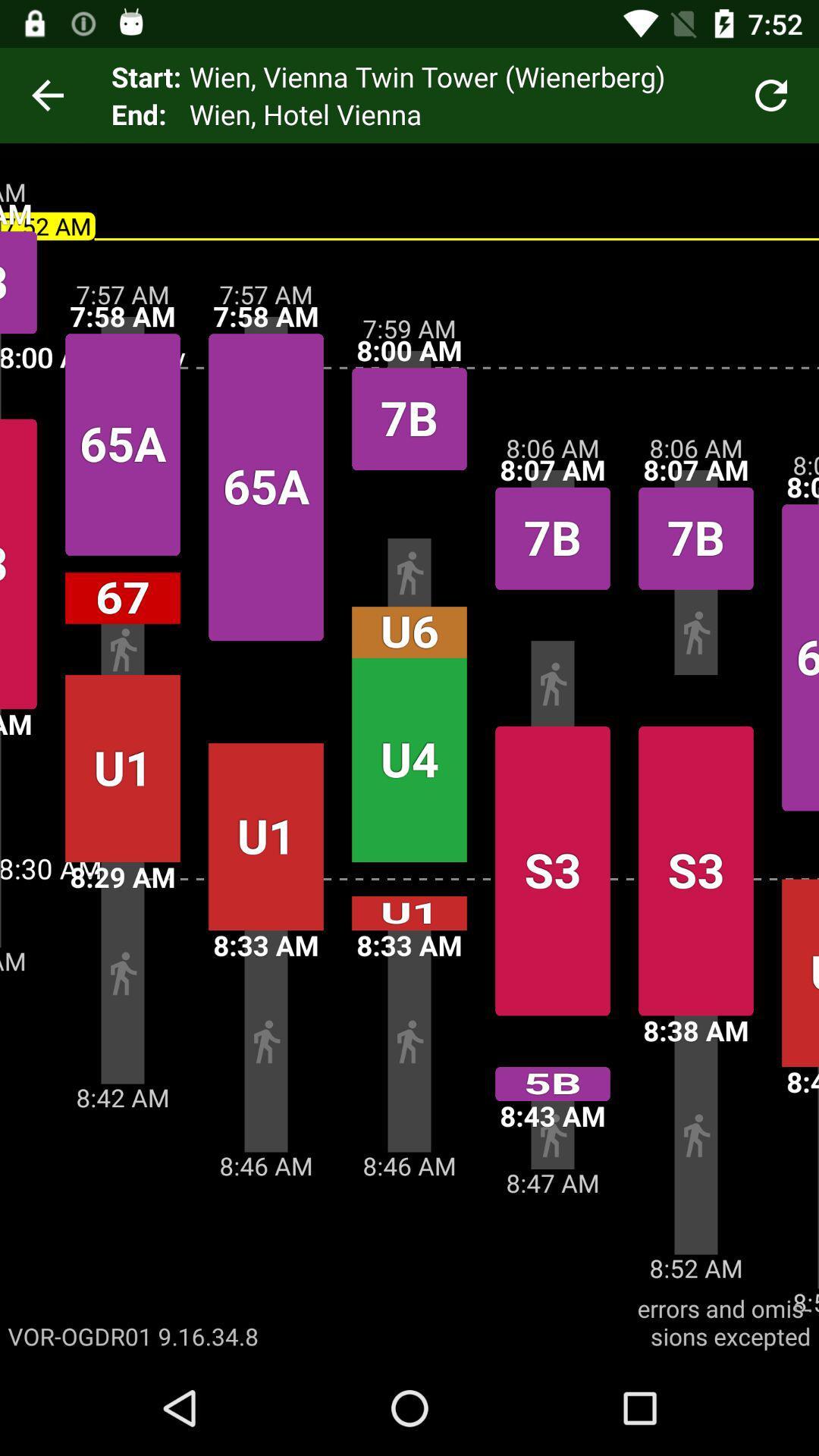 The height and width of the screenshot is (1456, 819). What do you see at coordinates (771, 94) in the screenshot?
I see `the app to the right of wien vienna twin app` at bounding box center [771, 94].